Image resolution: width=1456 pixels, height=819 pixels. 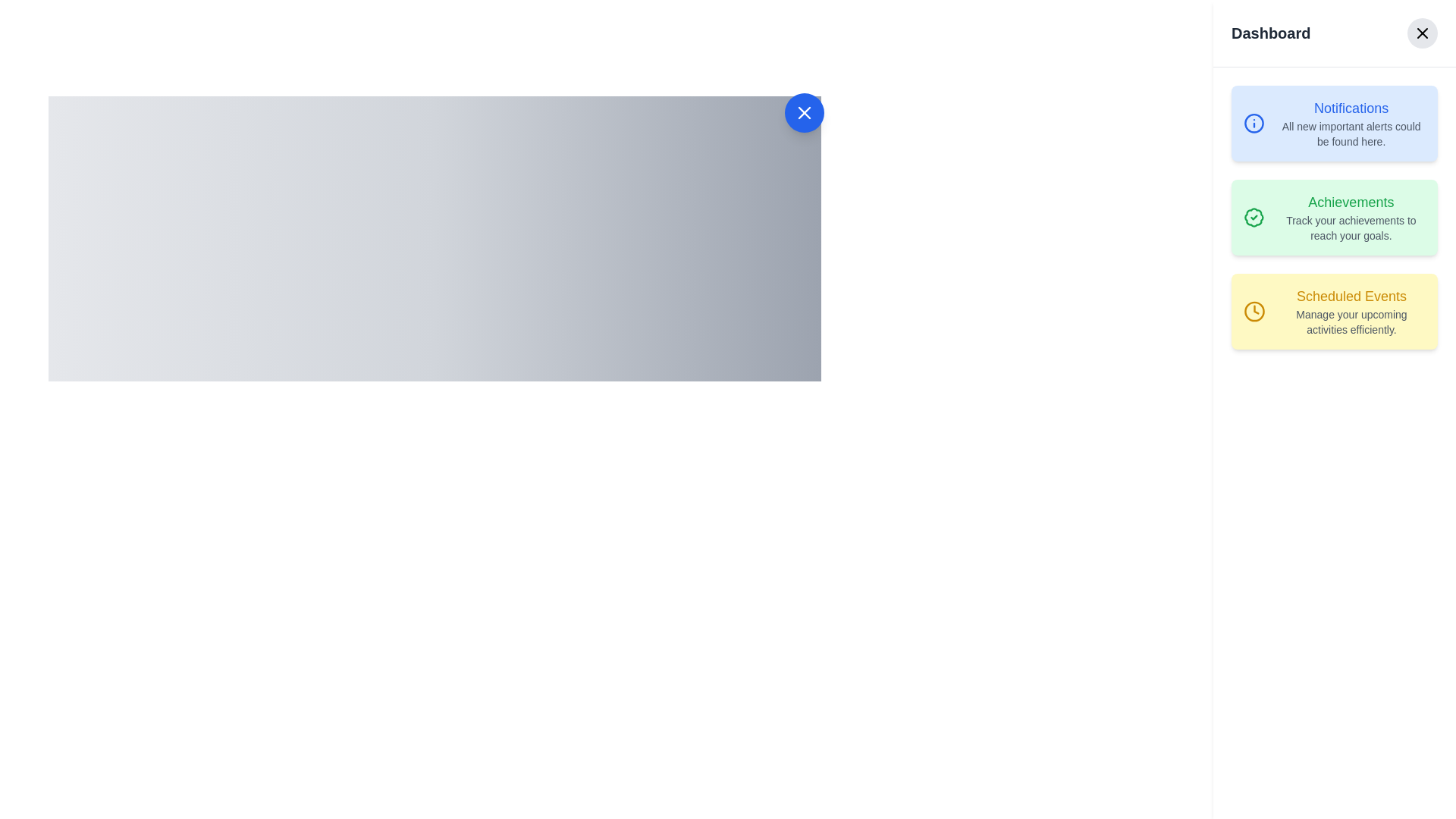 What do you see at coordinates (1254, 311) in the screenshot?
I see `the clock icon` at bounding box center [1254, 311].